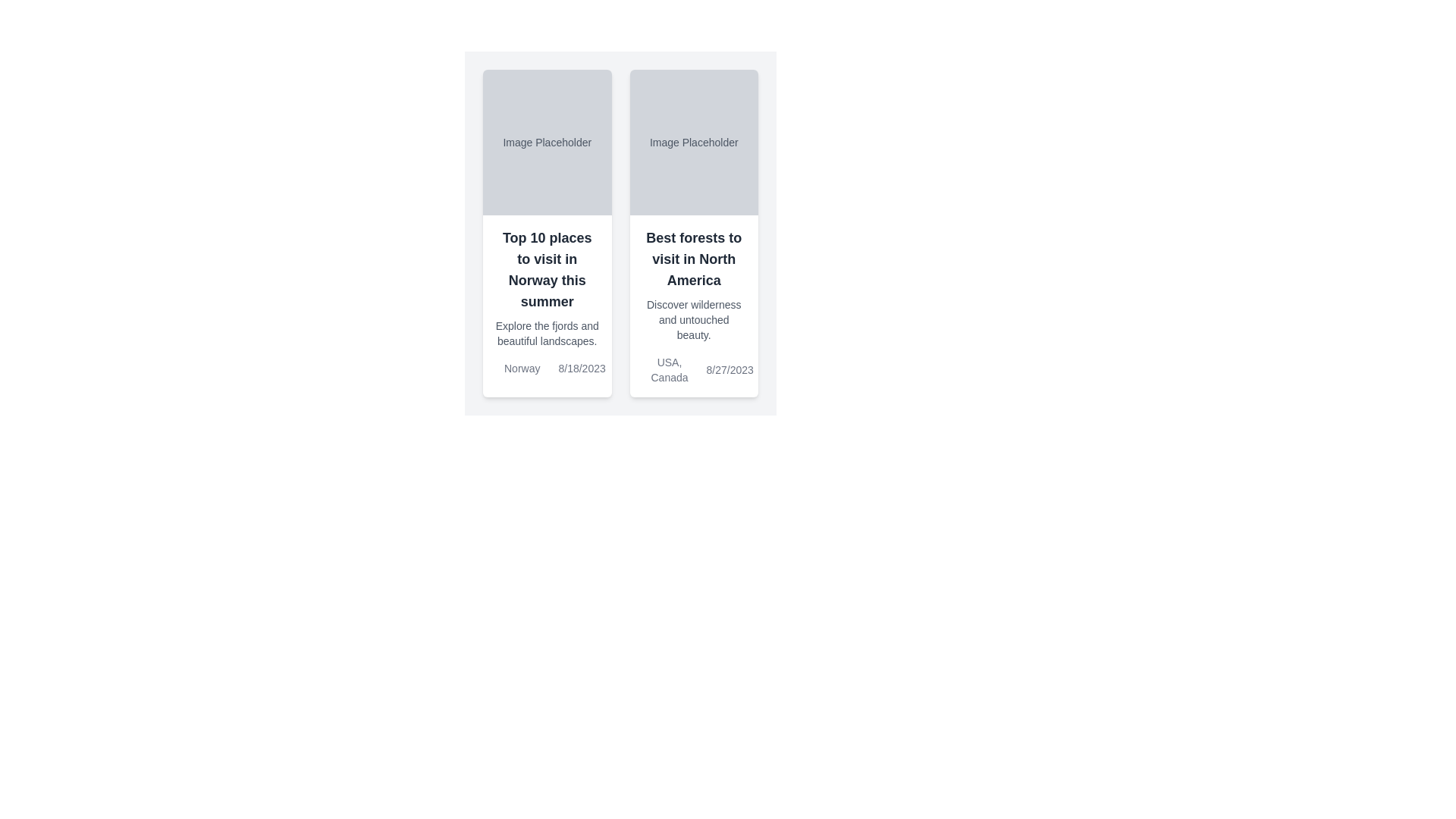  What do you see at coordinates (693, 306) in the screenshot?
I see `textual content from the informative text block about travel or exploration in North America, which is the second card in a horizontal list of similar cards` at bounding box center [693, 306].